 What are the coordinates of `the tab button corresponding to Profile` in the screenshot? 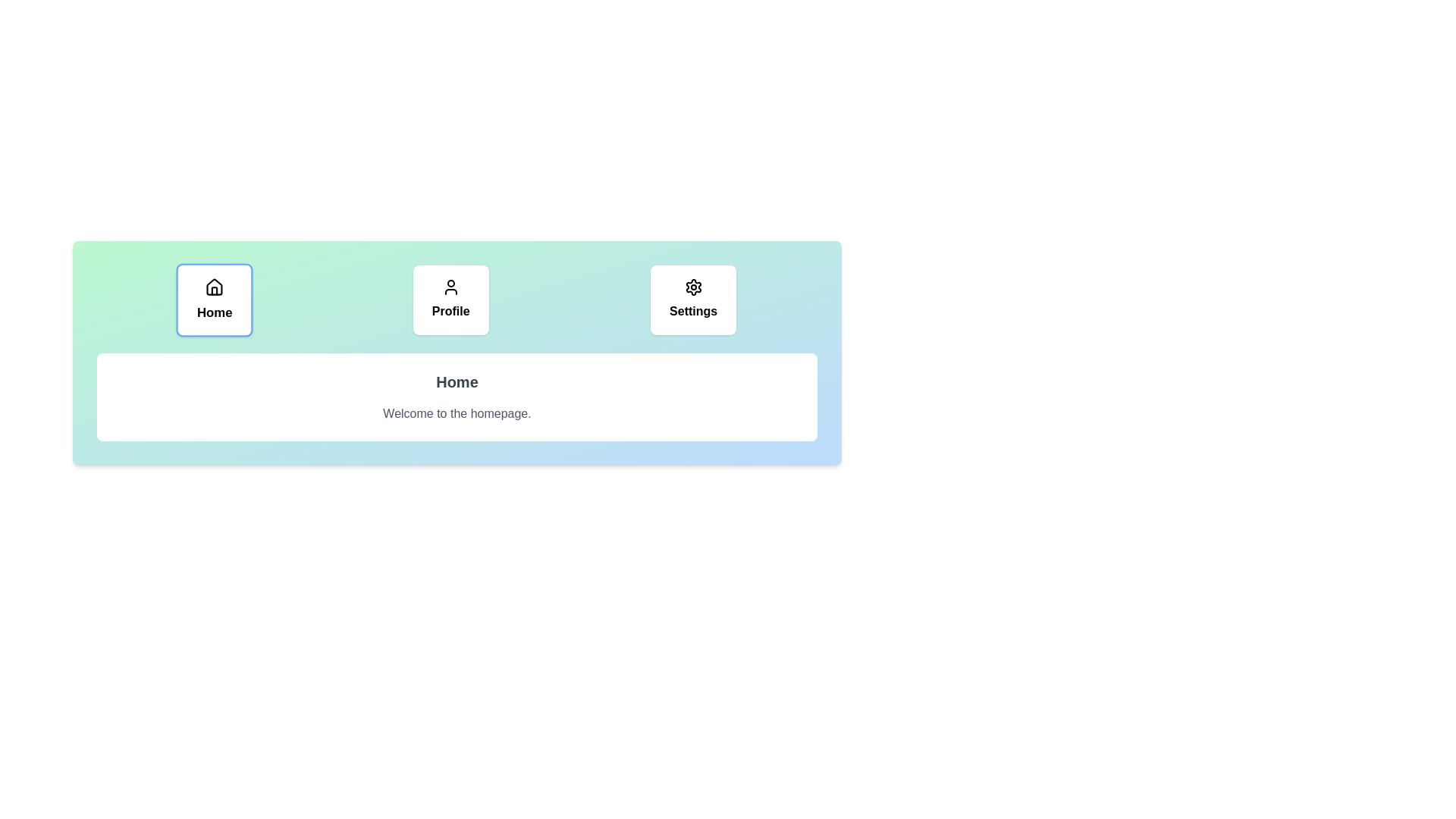 It's located at (450, 300).